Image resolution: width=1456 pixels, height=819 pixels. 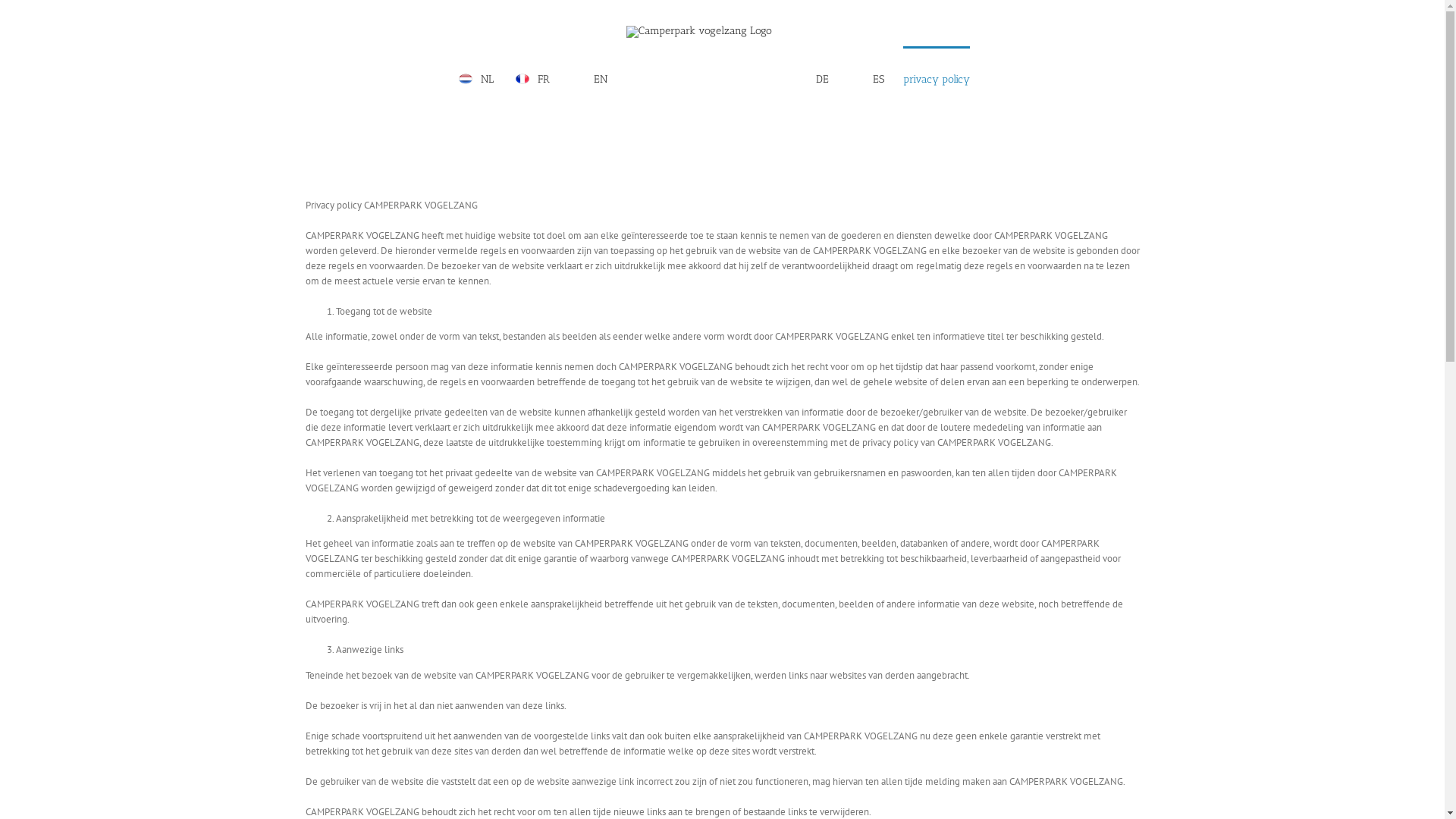 What do you see at coordinates (465, 79) in the screenshot?
I see `'netherlands_640'` at bounding box center [465, 79].